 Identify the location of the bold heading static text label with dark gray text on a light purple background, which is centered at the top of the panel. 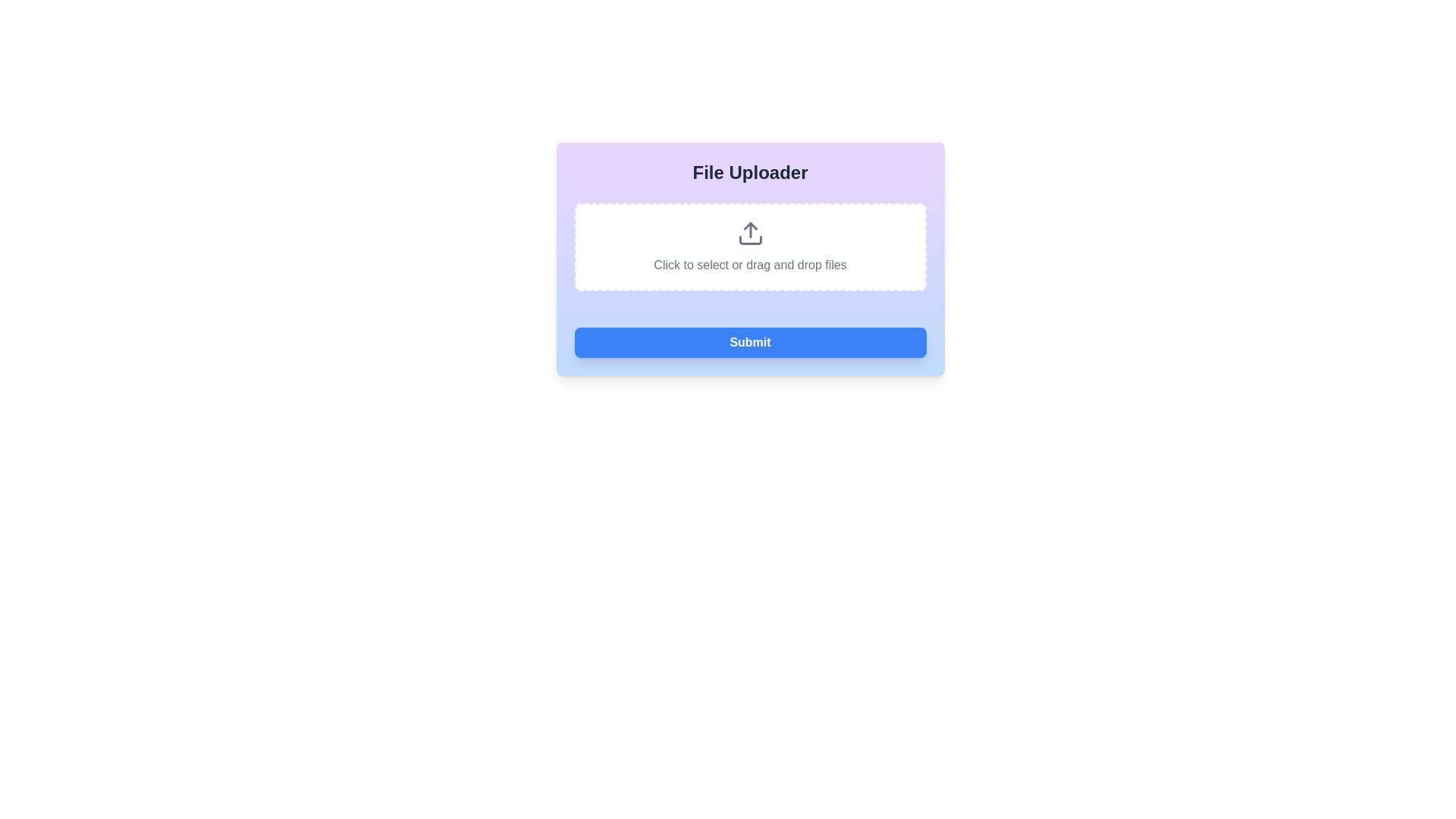
(750, 171).